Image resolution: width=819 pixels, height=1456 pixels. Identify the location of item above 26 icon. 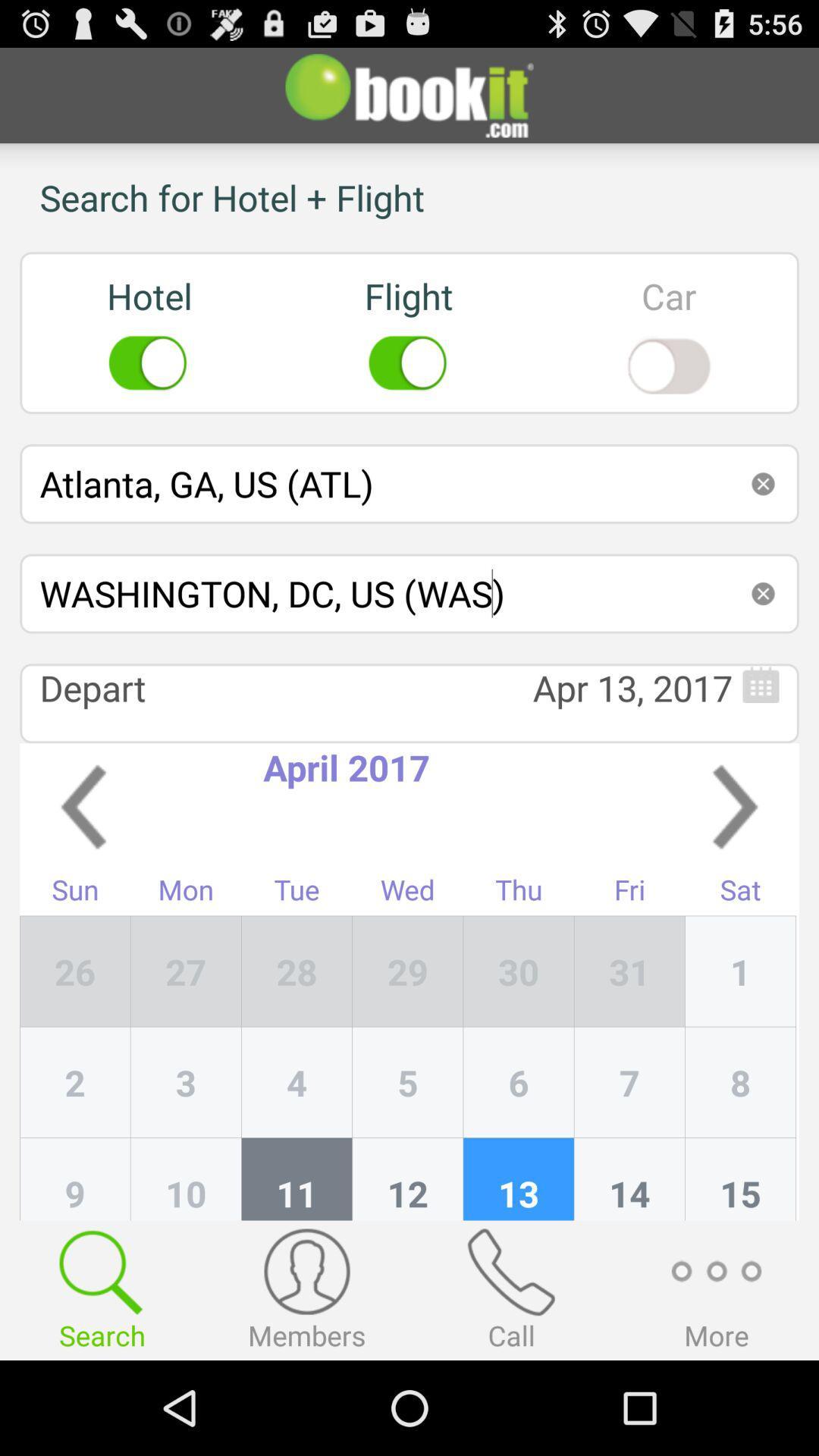
(75, 893).